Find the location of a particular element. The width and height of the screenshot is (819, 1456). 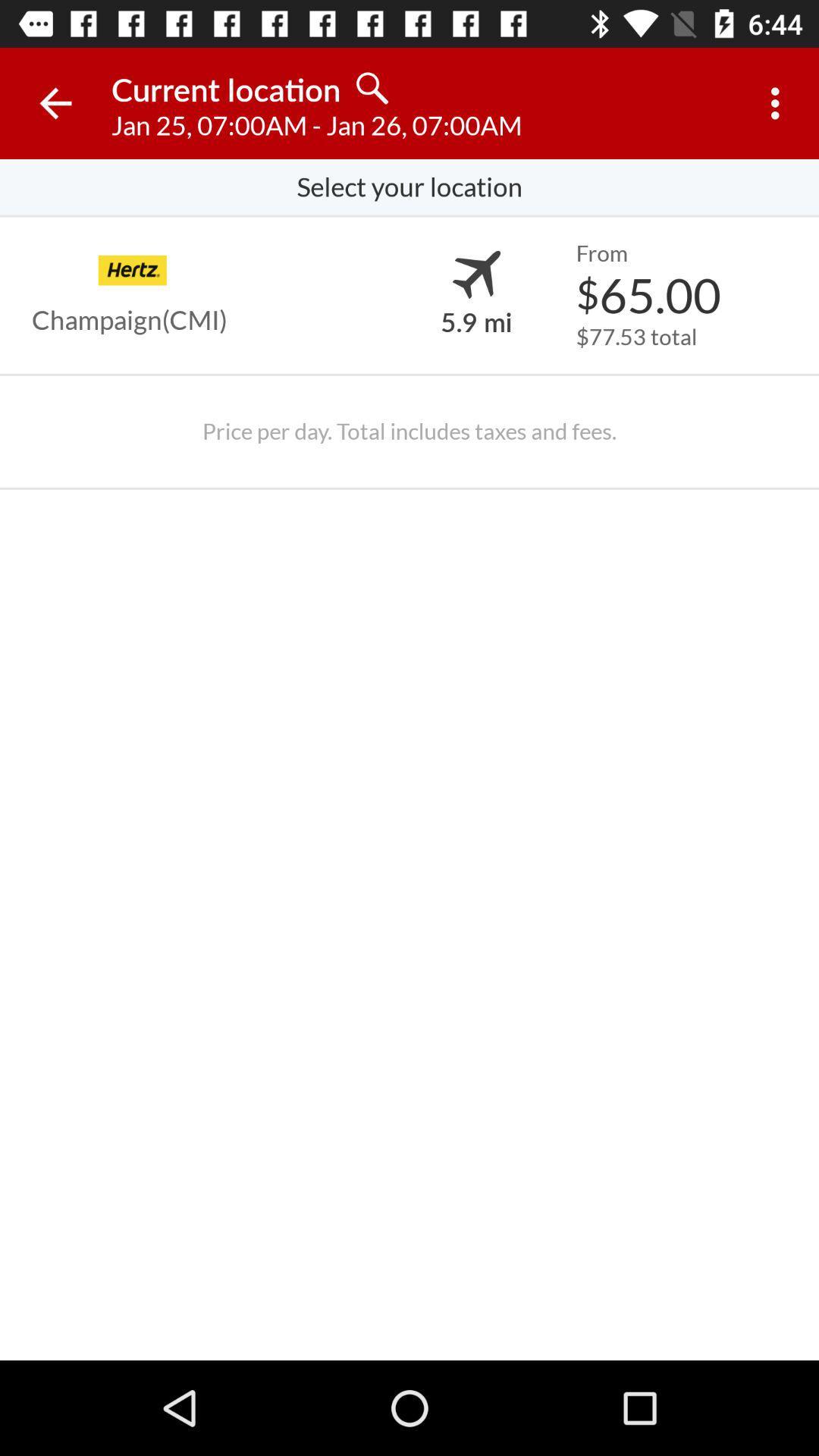

$65.00 item is located at coordinates (648, 294).